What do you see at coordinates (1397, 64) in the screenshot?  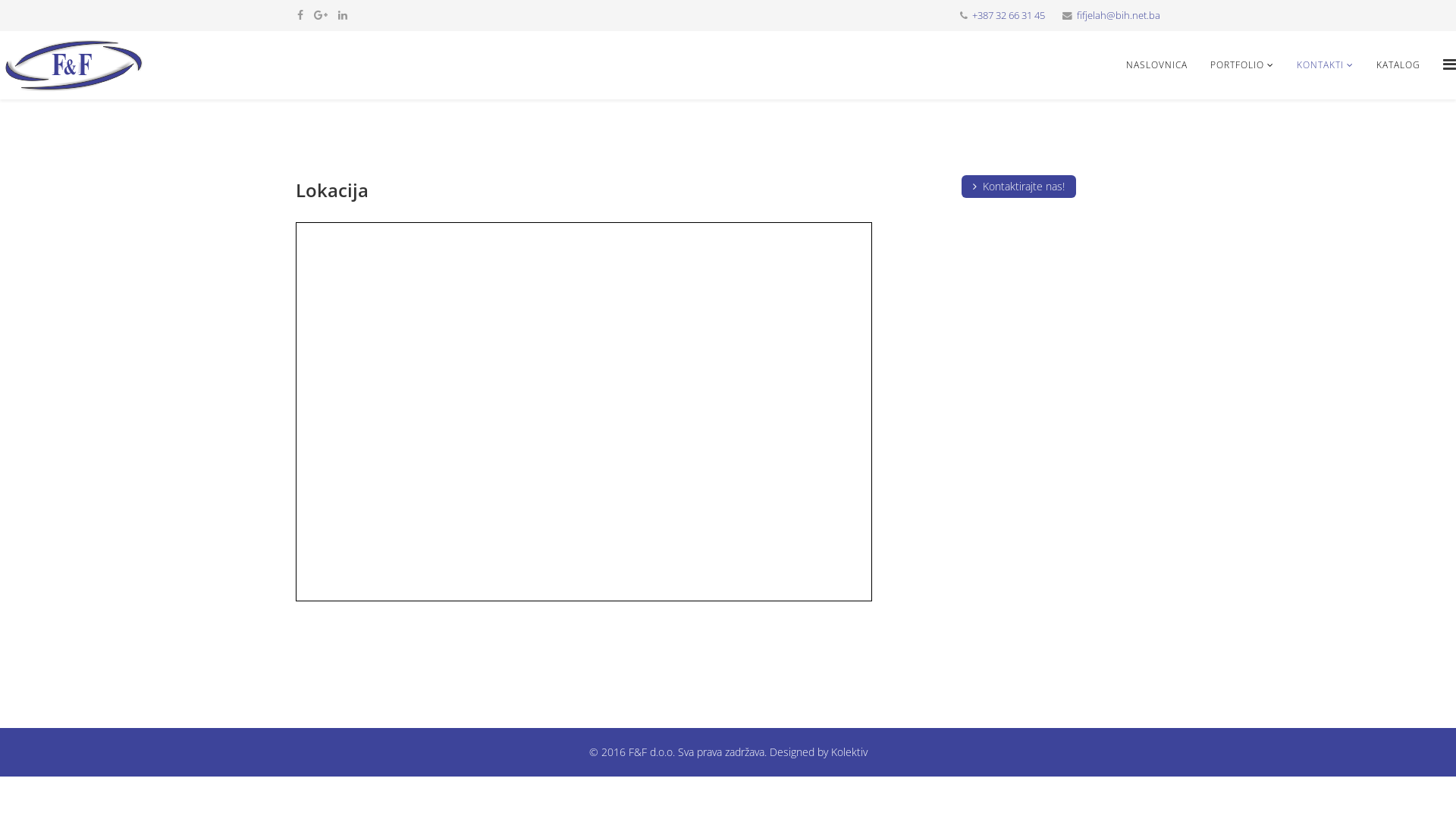 I see `'KATALOG'` at bounding box center [1397, 64].